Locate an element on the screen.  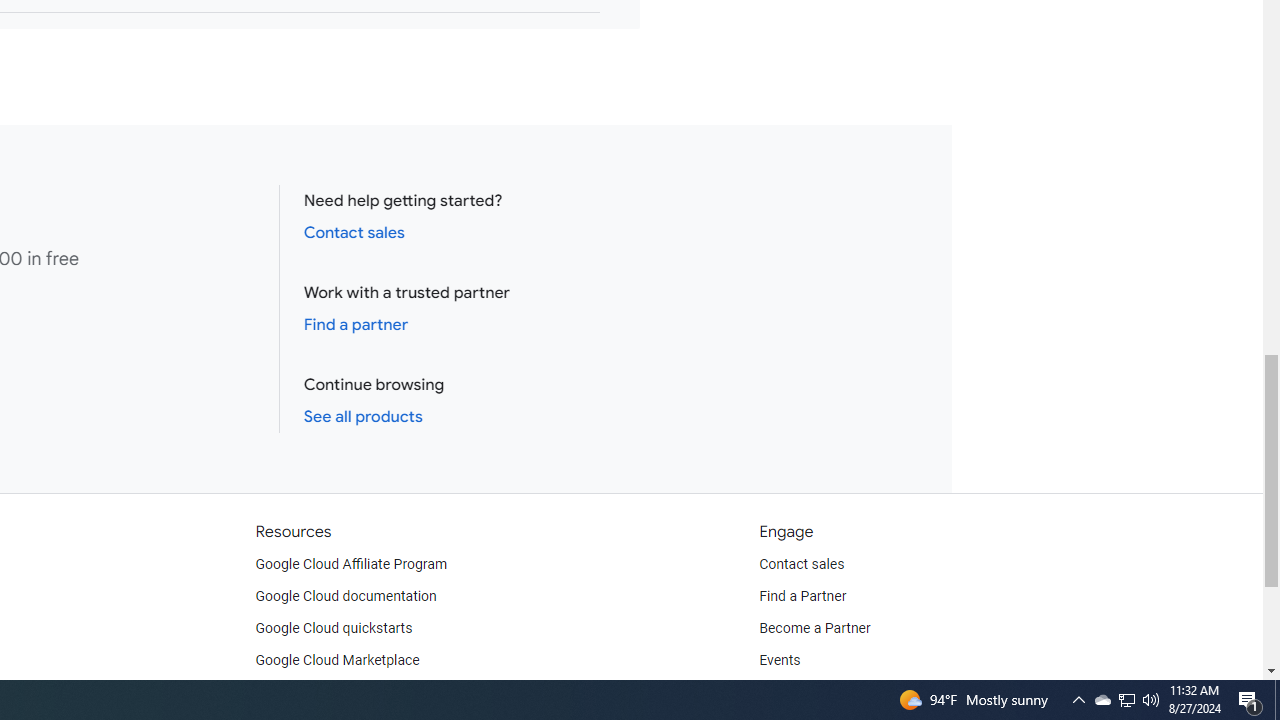
'Events' is located at coordinates (779, 660).